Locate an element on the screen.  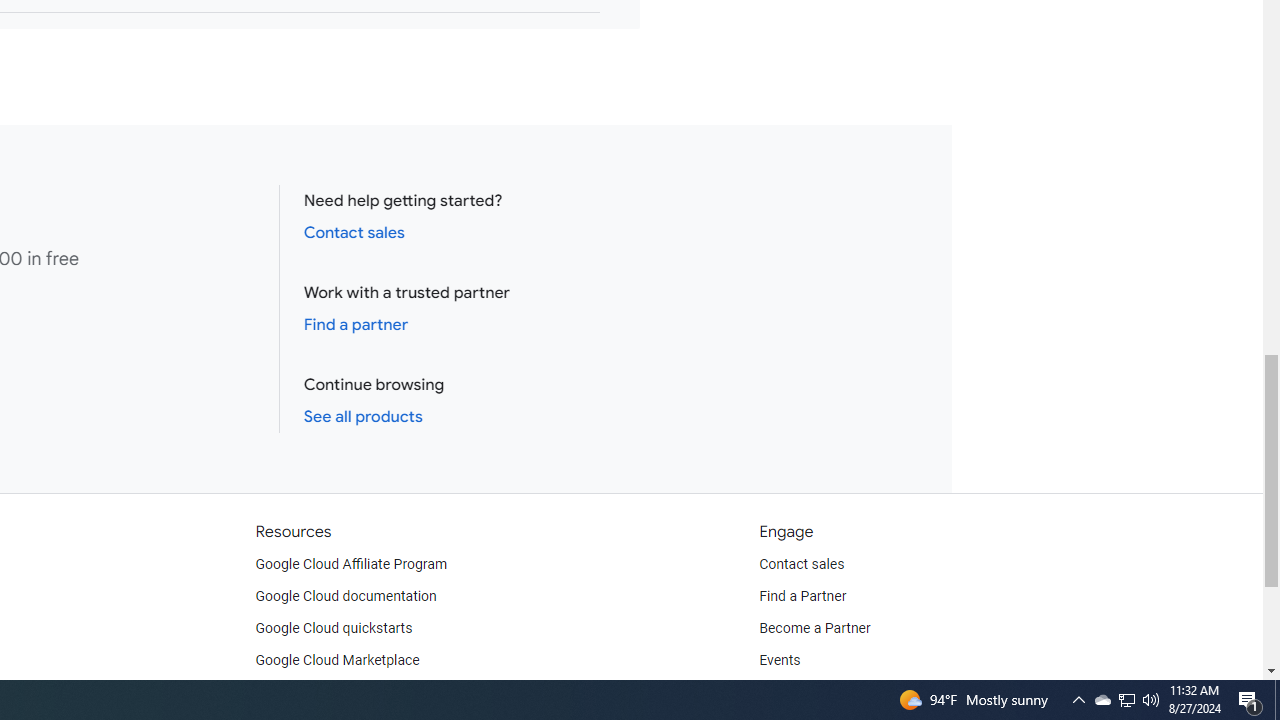
'Events' is located at coordinates (779, 660).